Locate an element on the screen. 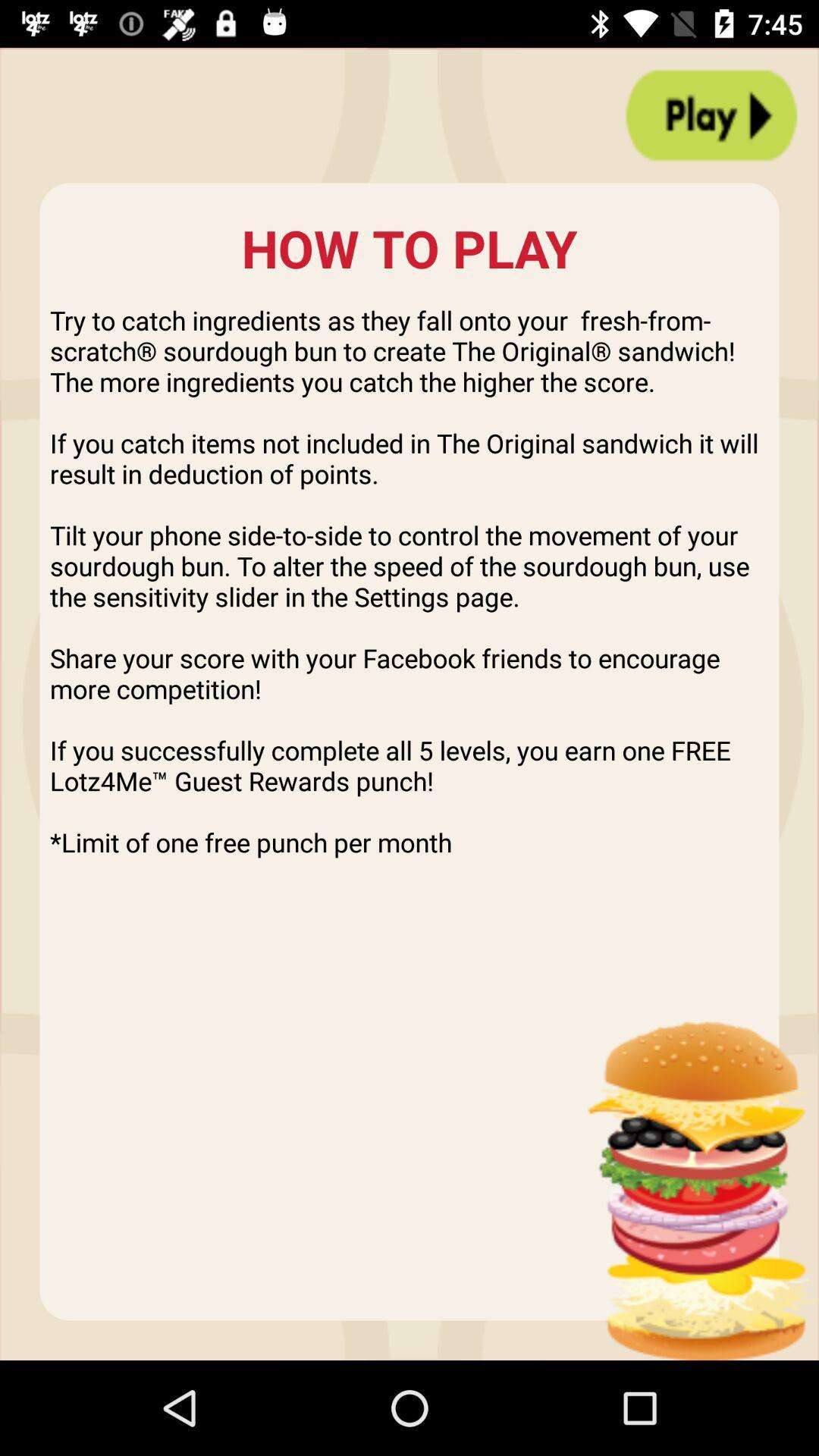 Image resolution: width=819 pixels, height=1456 pixels. the button at the top right corner is located at coordinates (711, 115).